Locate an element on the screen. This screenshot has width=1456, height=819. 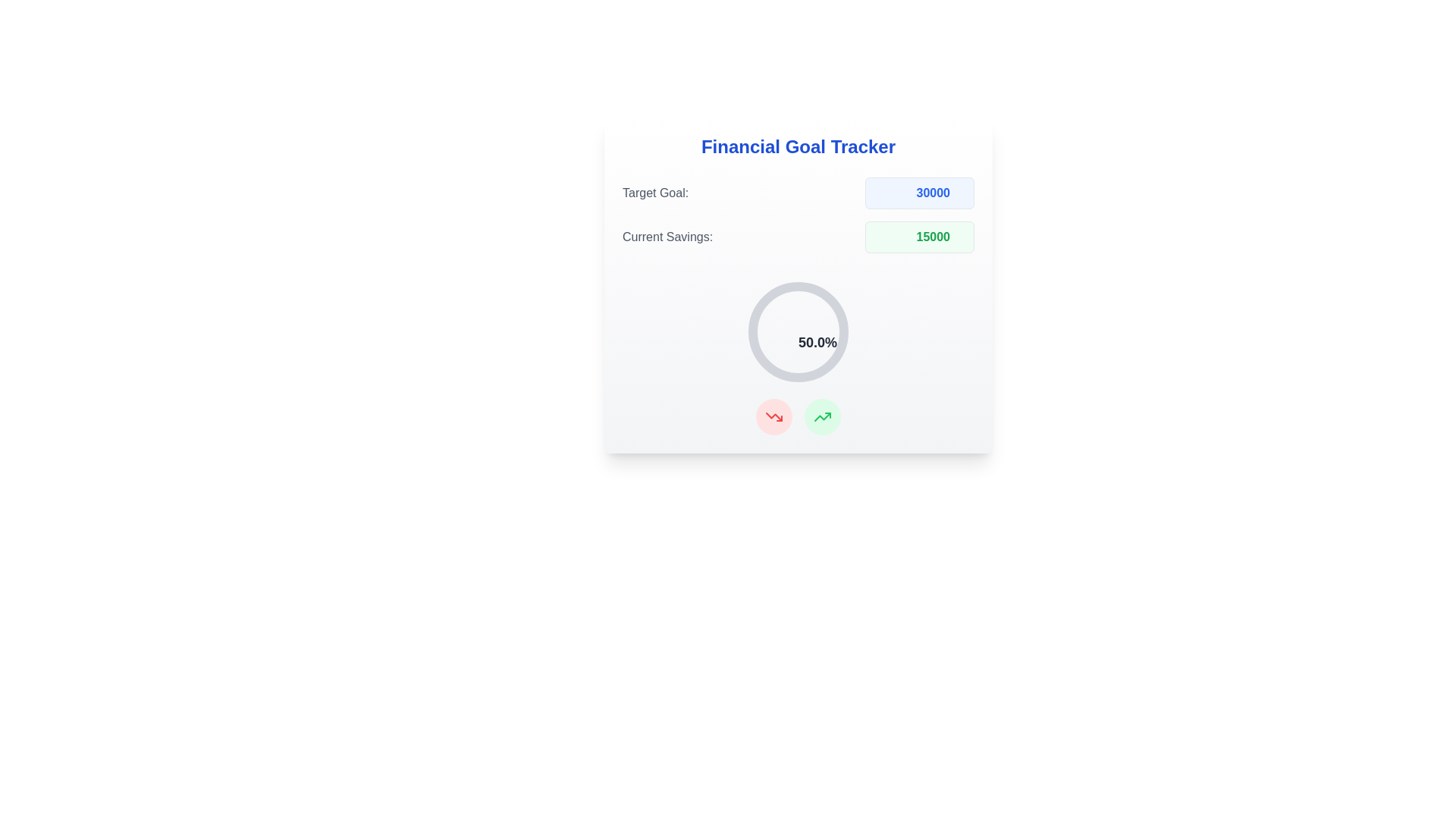
text content of the Text Label displaying 'Current Savings:' which is styled in gray color and aligned to the left, positioned below the 'Target Goal:' label is located at coordinates (667, 237).